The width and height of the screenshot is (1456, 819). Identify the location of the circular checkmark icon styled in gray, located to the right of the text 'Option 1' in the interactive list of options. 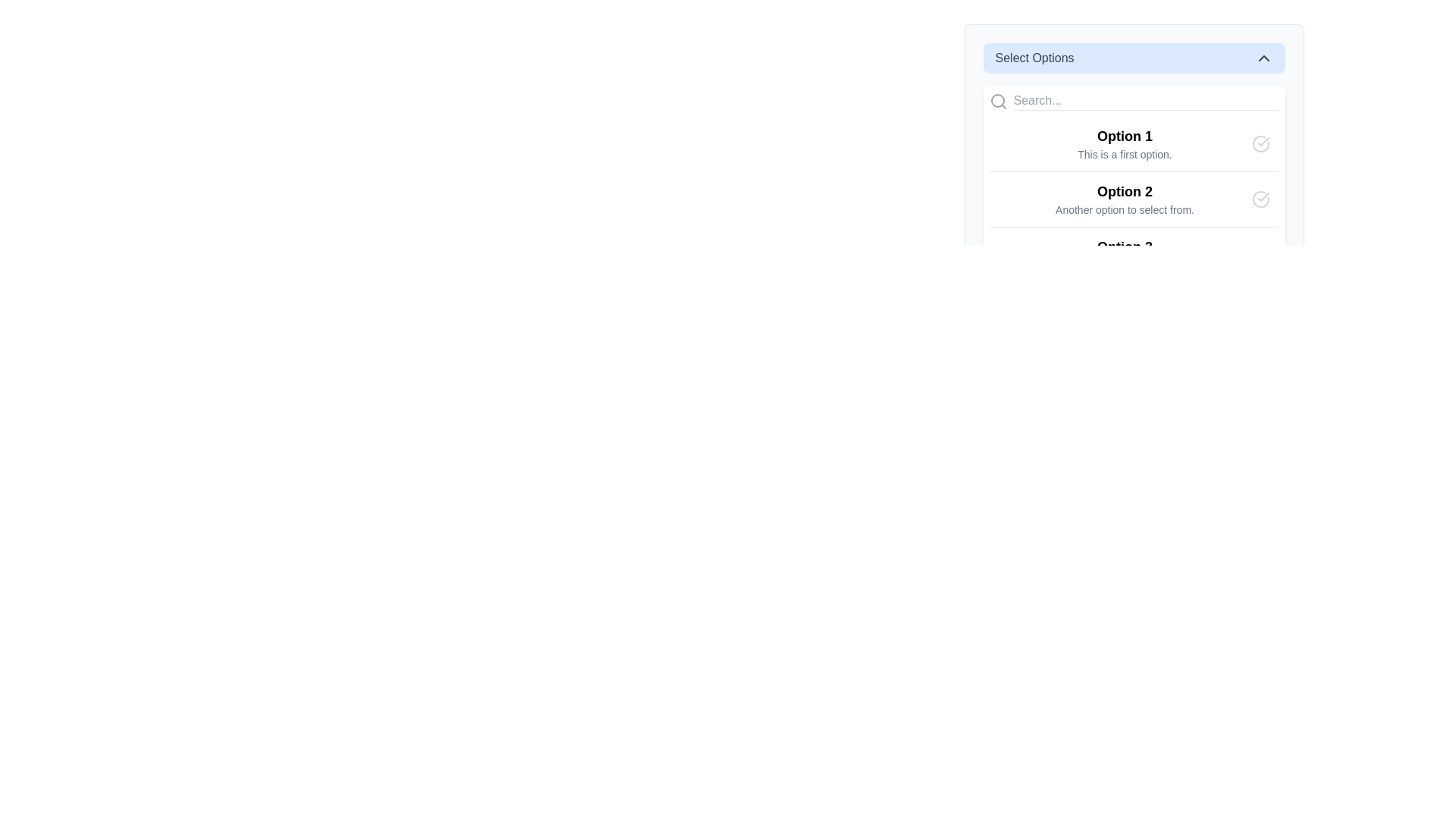
(1260, 143).